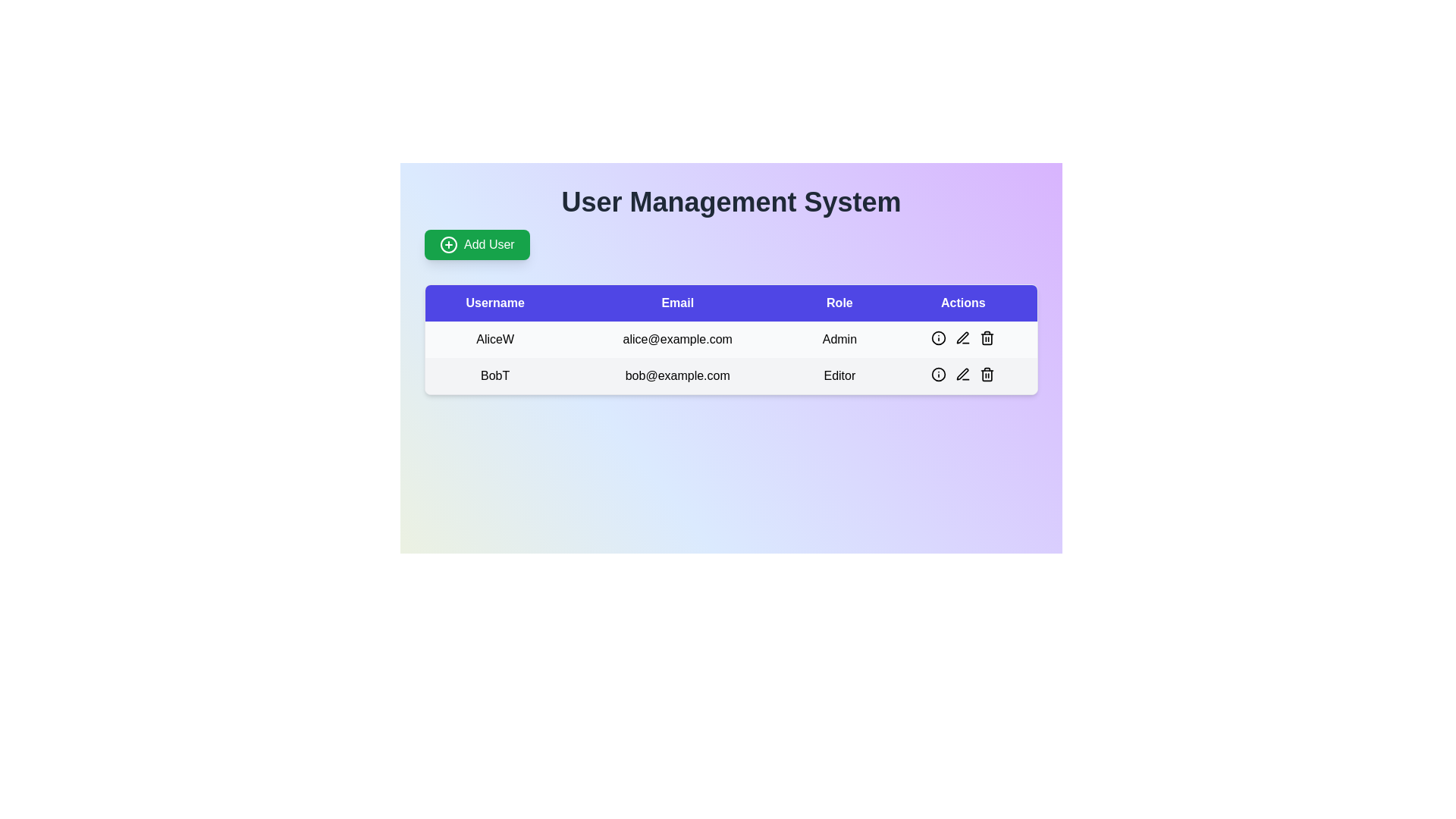 This screenshot has width=1456, height=819. What do you see at coordinates (447, 244) in the screenshot?
I see `the 'Add User' SVG graphic element located within the 'Add User' button, which symbolizes adding functionality` at bounding box center [447, 244].